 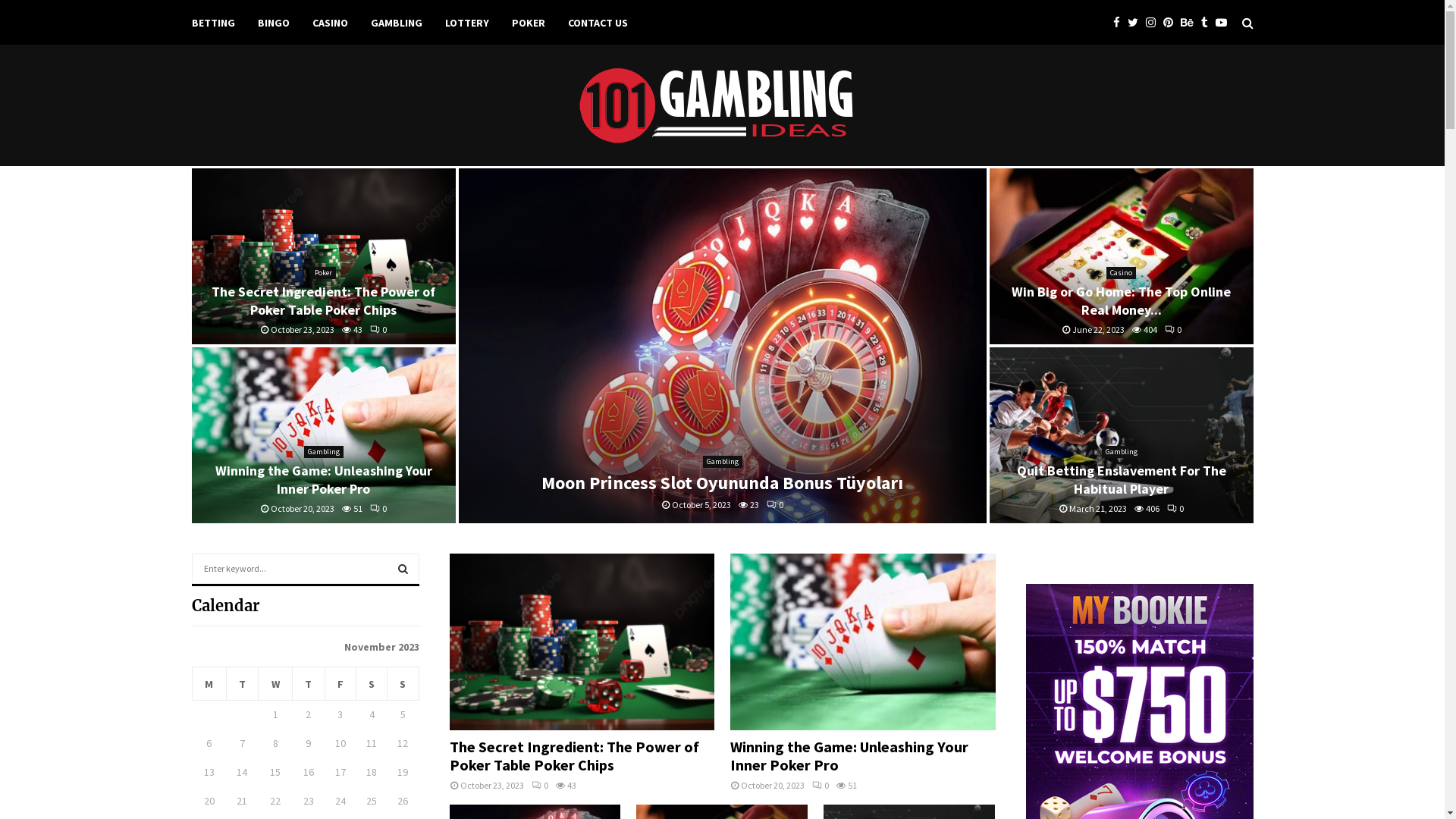 What do you see at coordinates (1153, 23) in the screenshot?
I see `'Instagram'` at bounding box center [1153, 23].